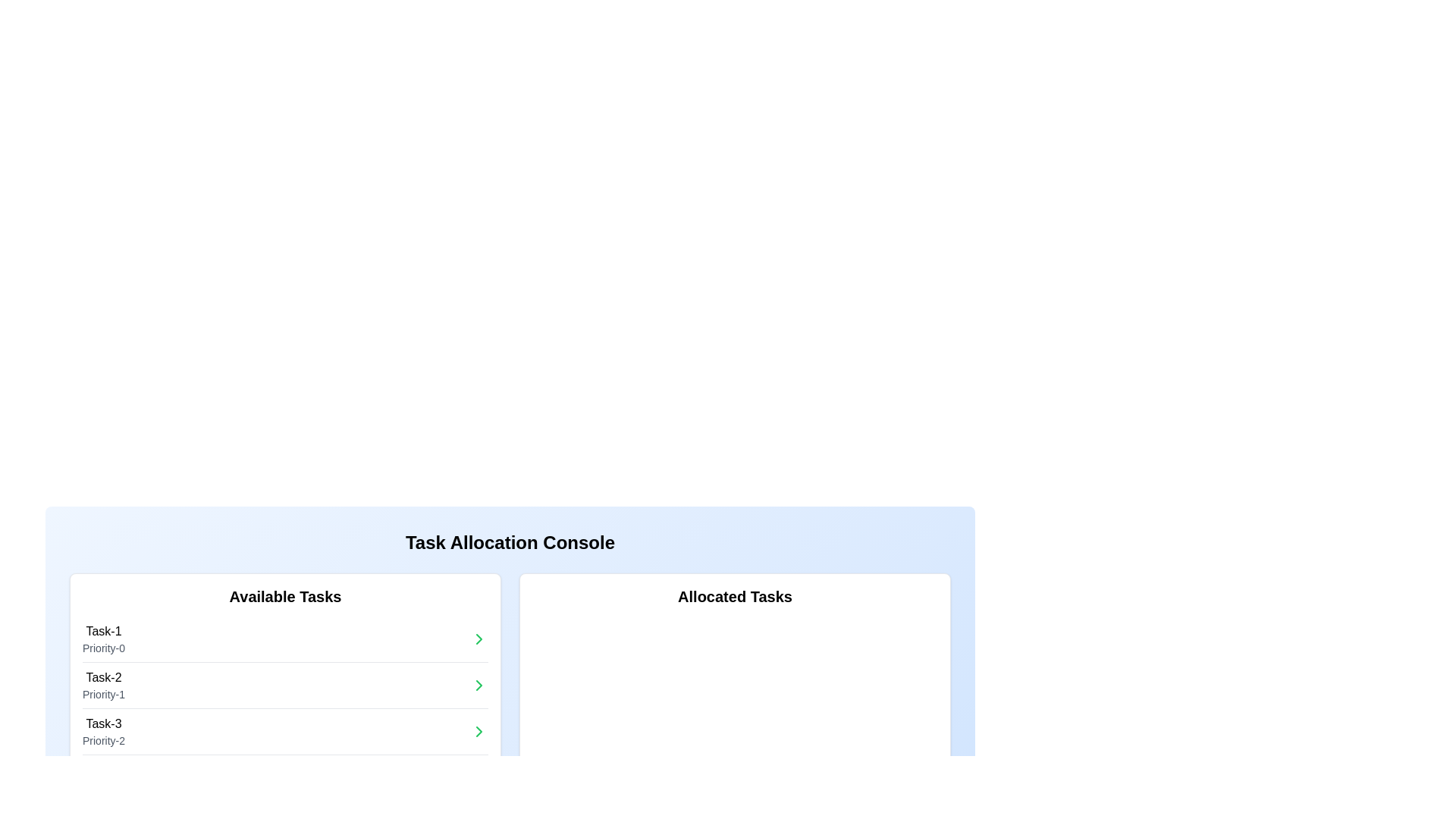  What do you see at coordinates (285, 685) in the screenshot?
I see `the list item representing 'Task-2' with priority level '1'` at bounding box center [285, 685].